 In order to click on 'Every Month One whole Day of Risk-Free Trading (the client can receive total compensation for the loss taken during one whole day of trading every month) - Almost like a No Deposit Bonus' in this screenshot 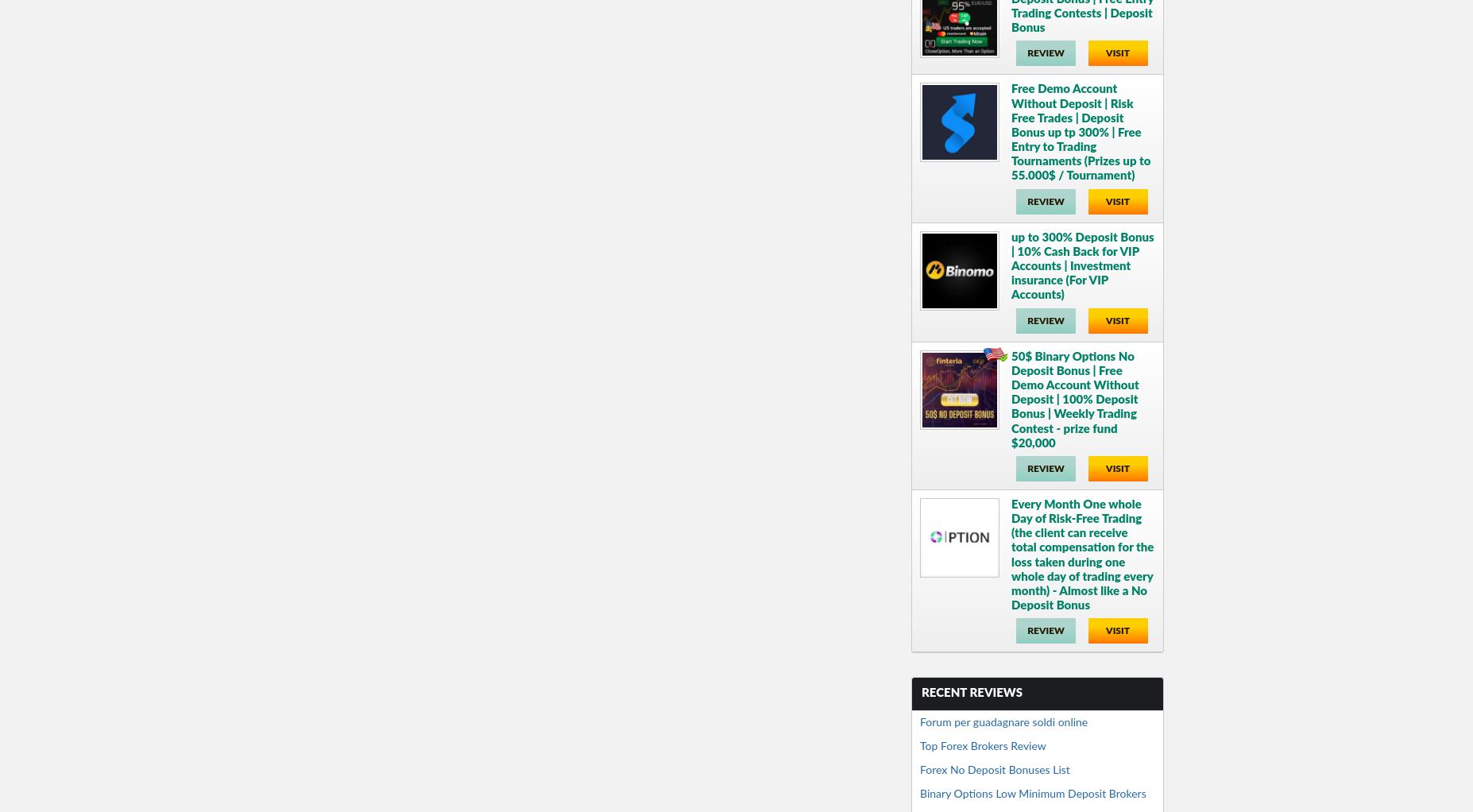, I will do `click(1081, 555)`.